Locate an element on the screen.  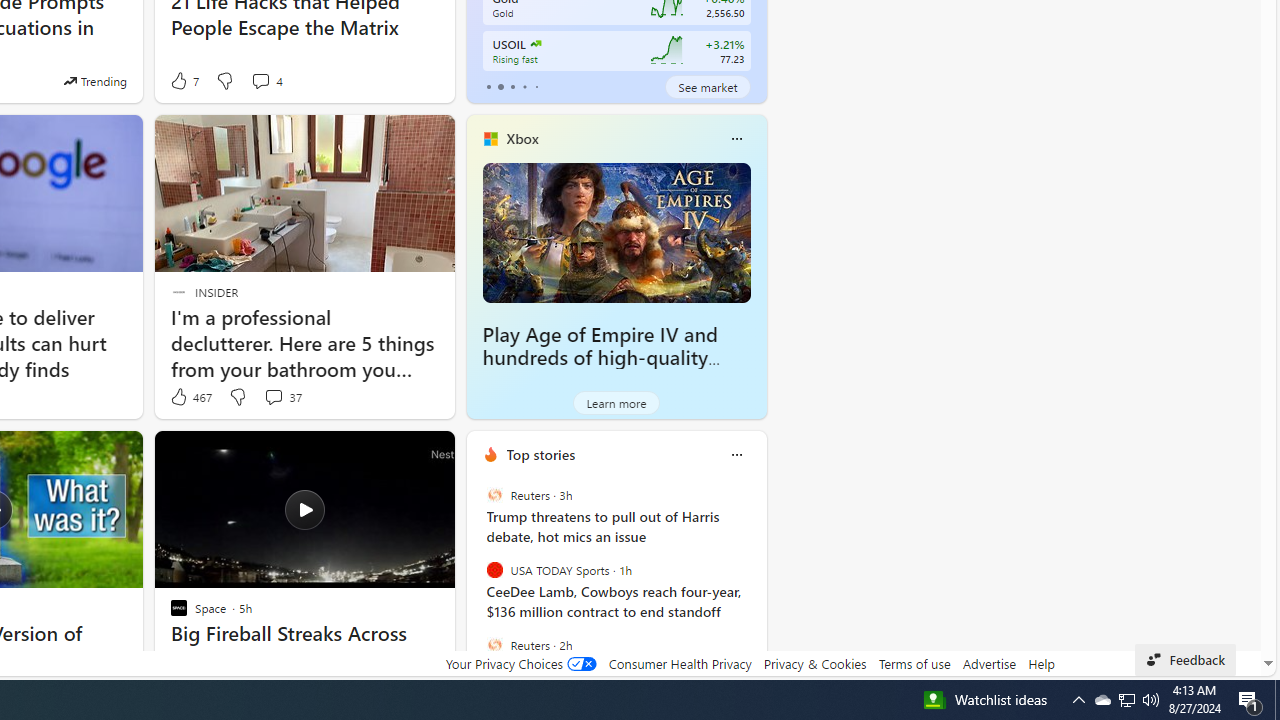
'Top stories' is located at coordinates (540, 454).